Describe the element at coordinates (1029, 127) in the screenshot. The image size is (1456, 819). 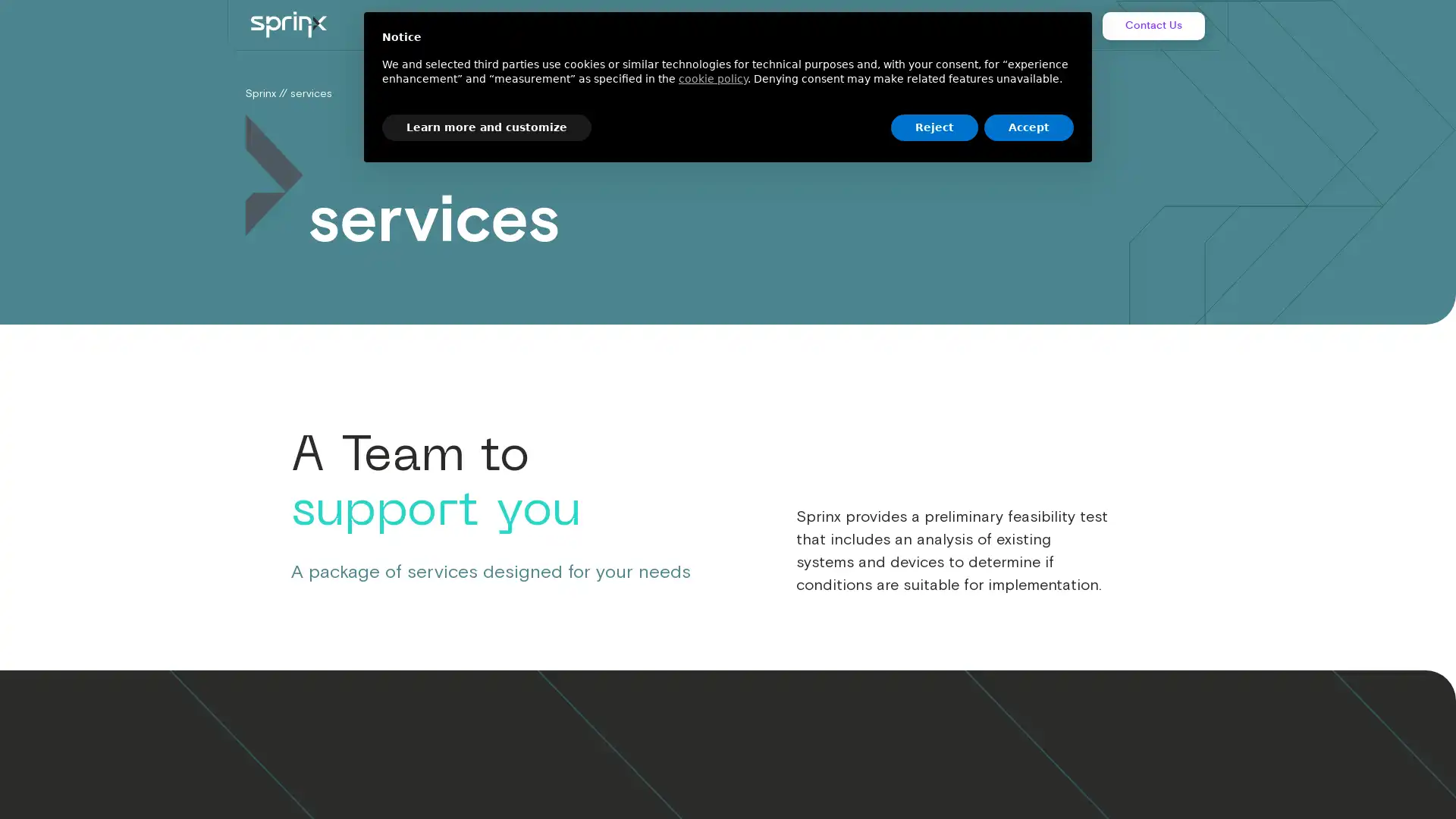
I see `Accept` at that location.